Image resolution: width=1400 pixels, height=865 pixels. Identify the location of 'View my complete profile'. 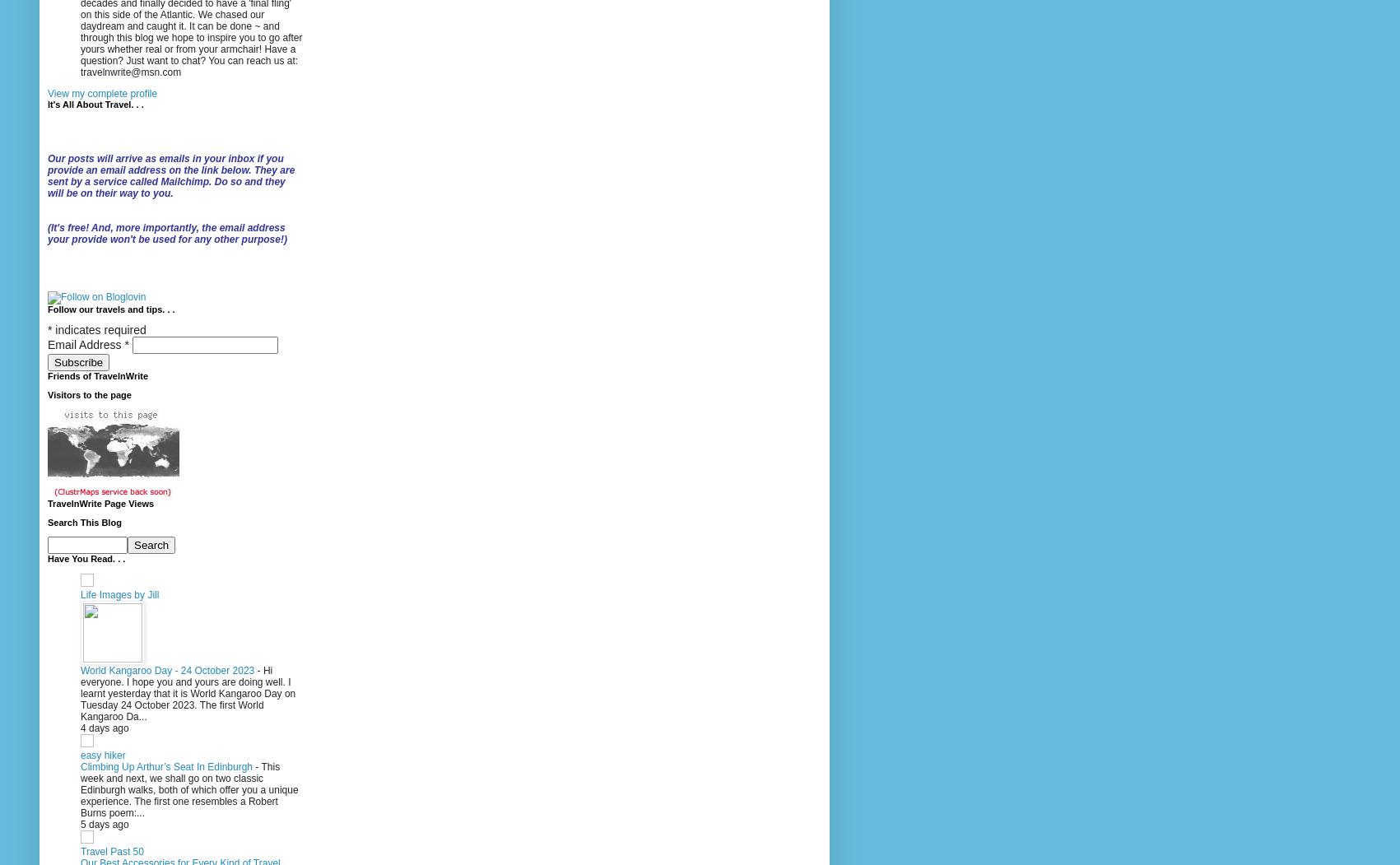
(101, 94).